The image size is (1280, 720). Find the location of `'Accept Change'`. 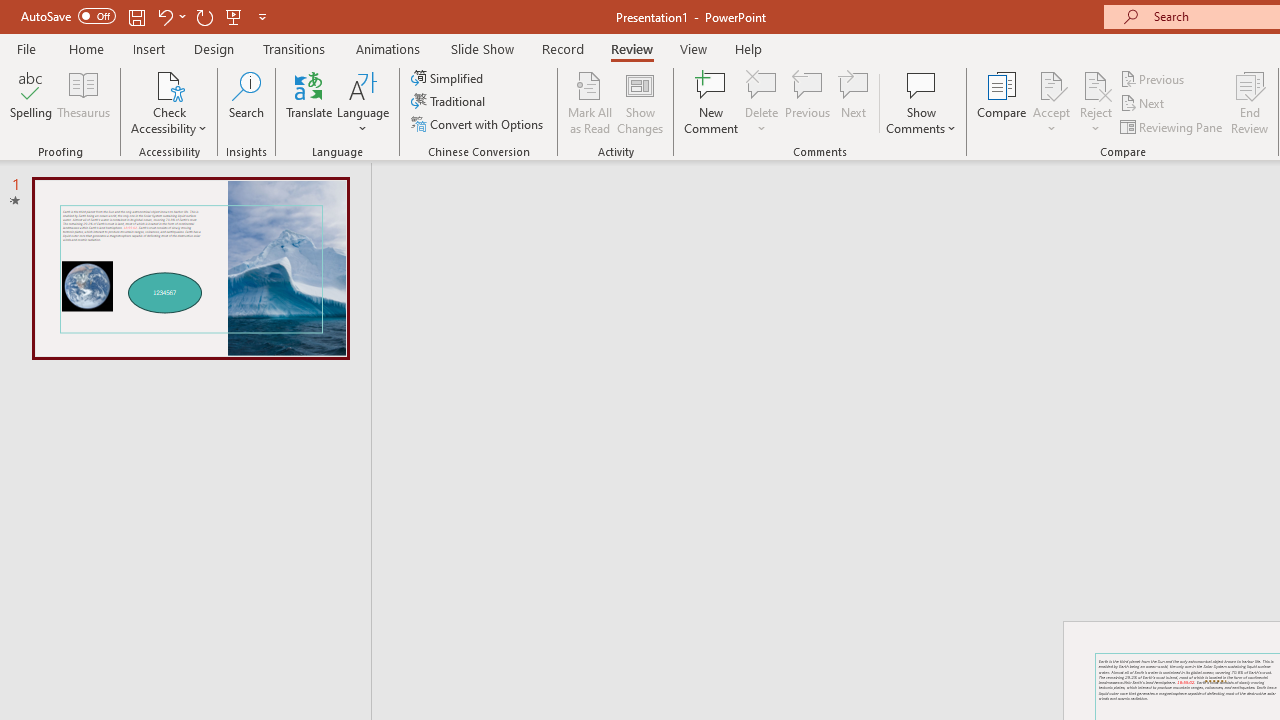

'Accept Change' is located at coordinates (1050, 84).